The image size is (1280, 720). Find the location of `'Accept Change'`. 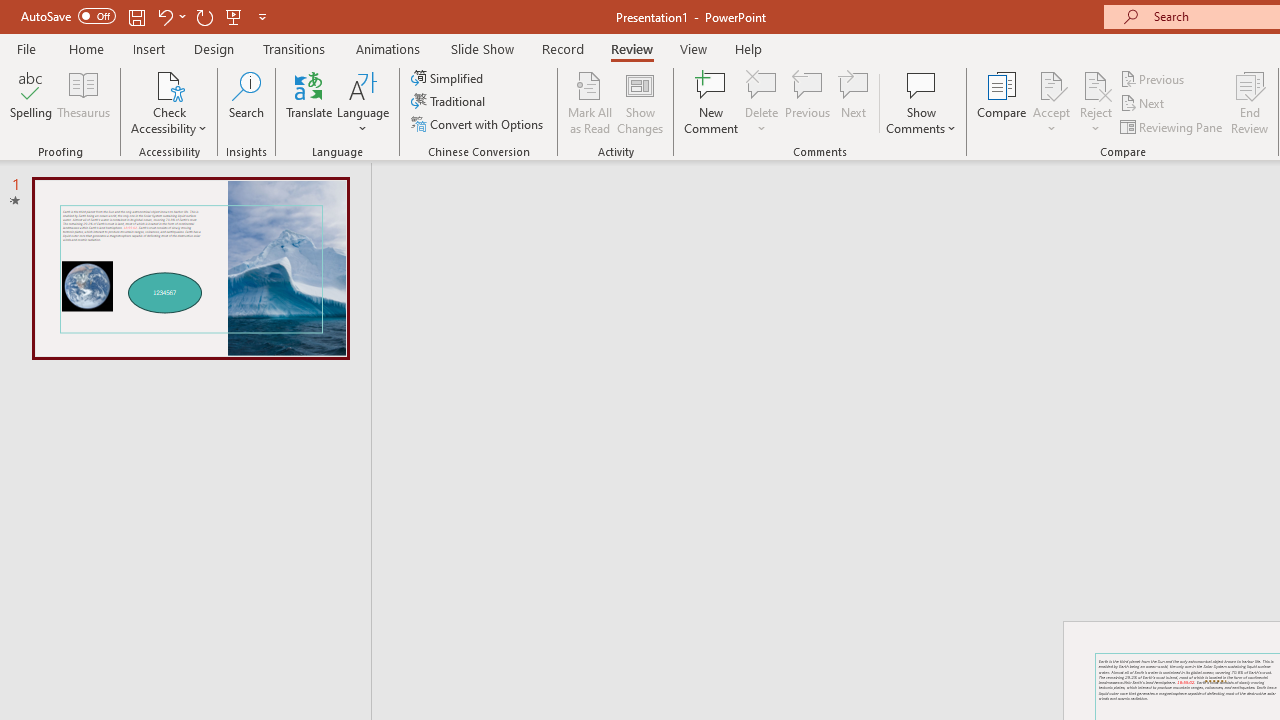

'Accept Change' is located at coordinates (1050, 84).